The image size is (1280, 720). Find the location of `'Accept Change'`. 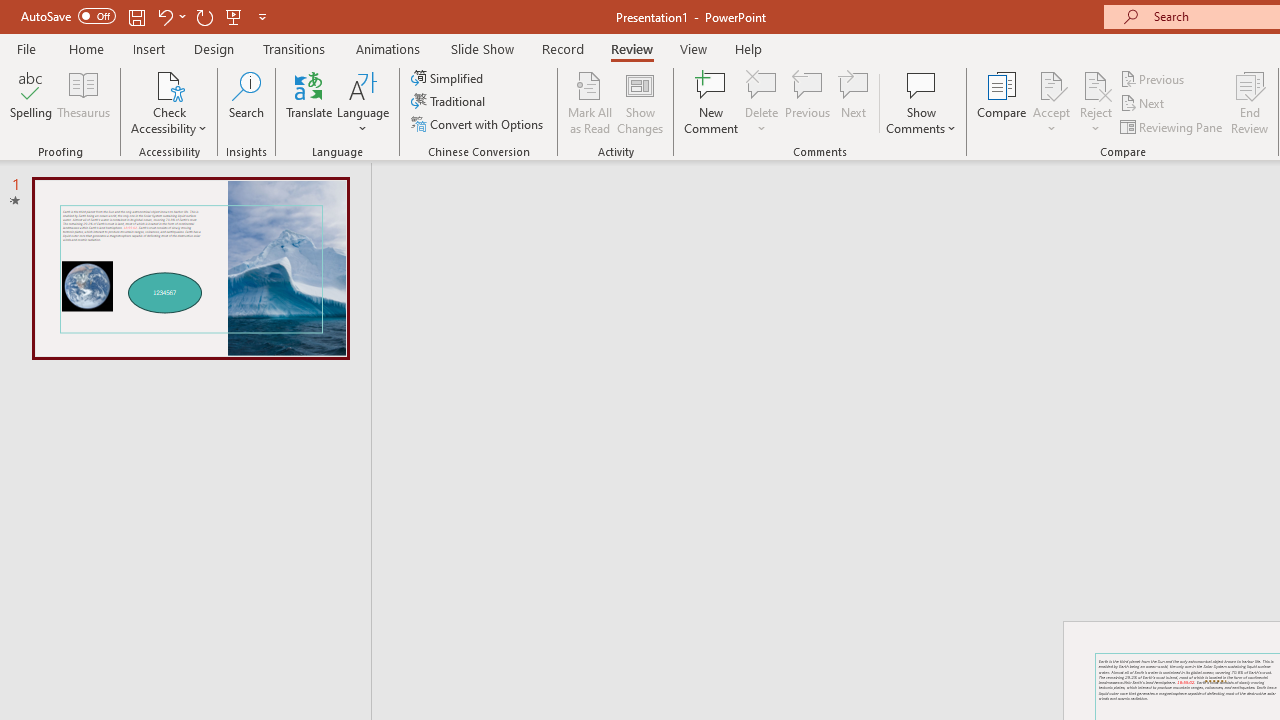

'Accept Change' is located at coordinates (1050, 84).